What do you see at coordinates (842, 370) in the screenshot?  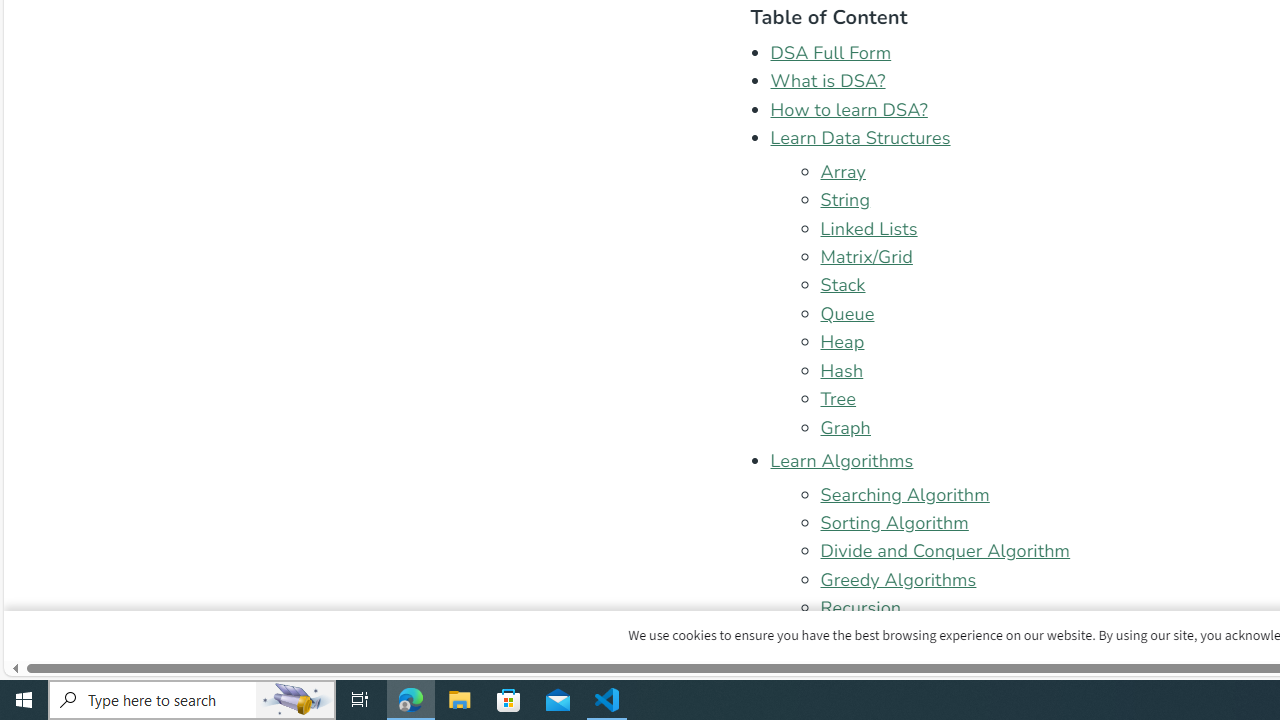 I see `'Hash'` at bounding box center [842, 370].